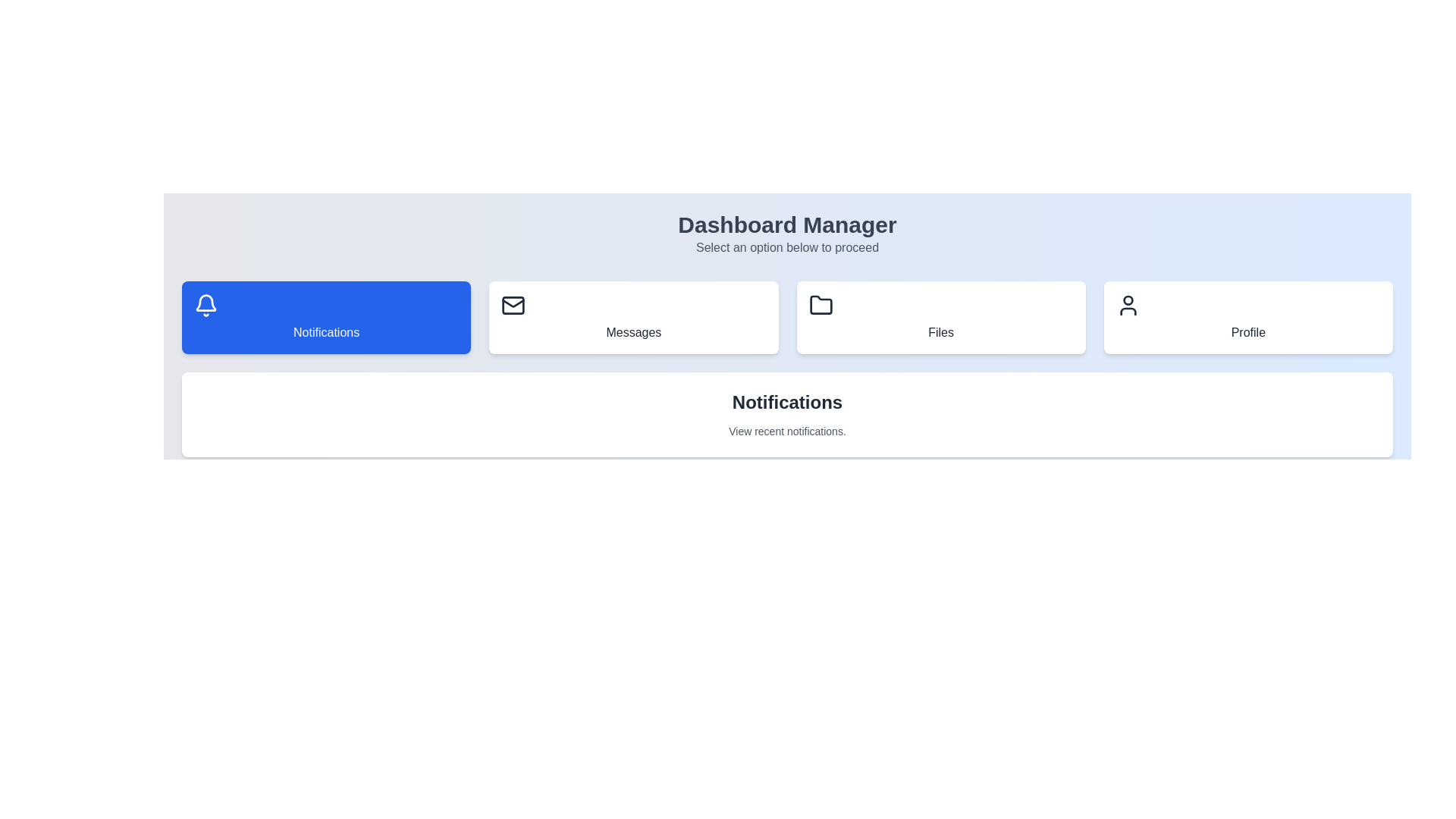 This screenshot has height=819, width=1456. Describe the element at coordinates (633, 317) in the screenshot. I see `the 'Messages' button, which is the second item in a row of four elements` at that location.